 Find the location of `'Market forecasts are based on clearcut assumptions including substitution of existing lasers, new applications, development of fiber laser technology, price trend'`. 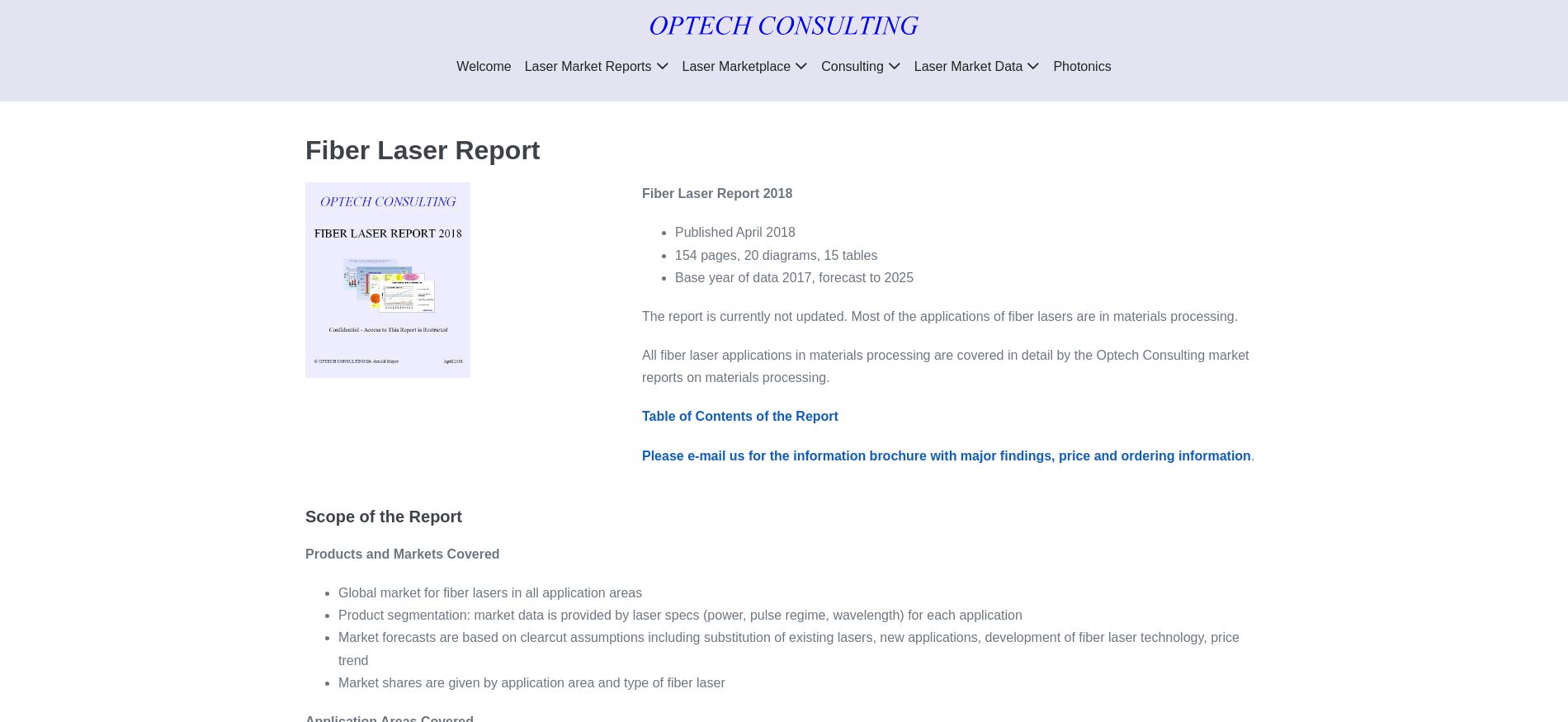

'Market forecasts are based on clearcut assumptions including substitution of existing lasers, new applications, development of fiber laser technology, price trend' is located at coordinates (788, 648).